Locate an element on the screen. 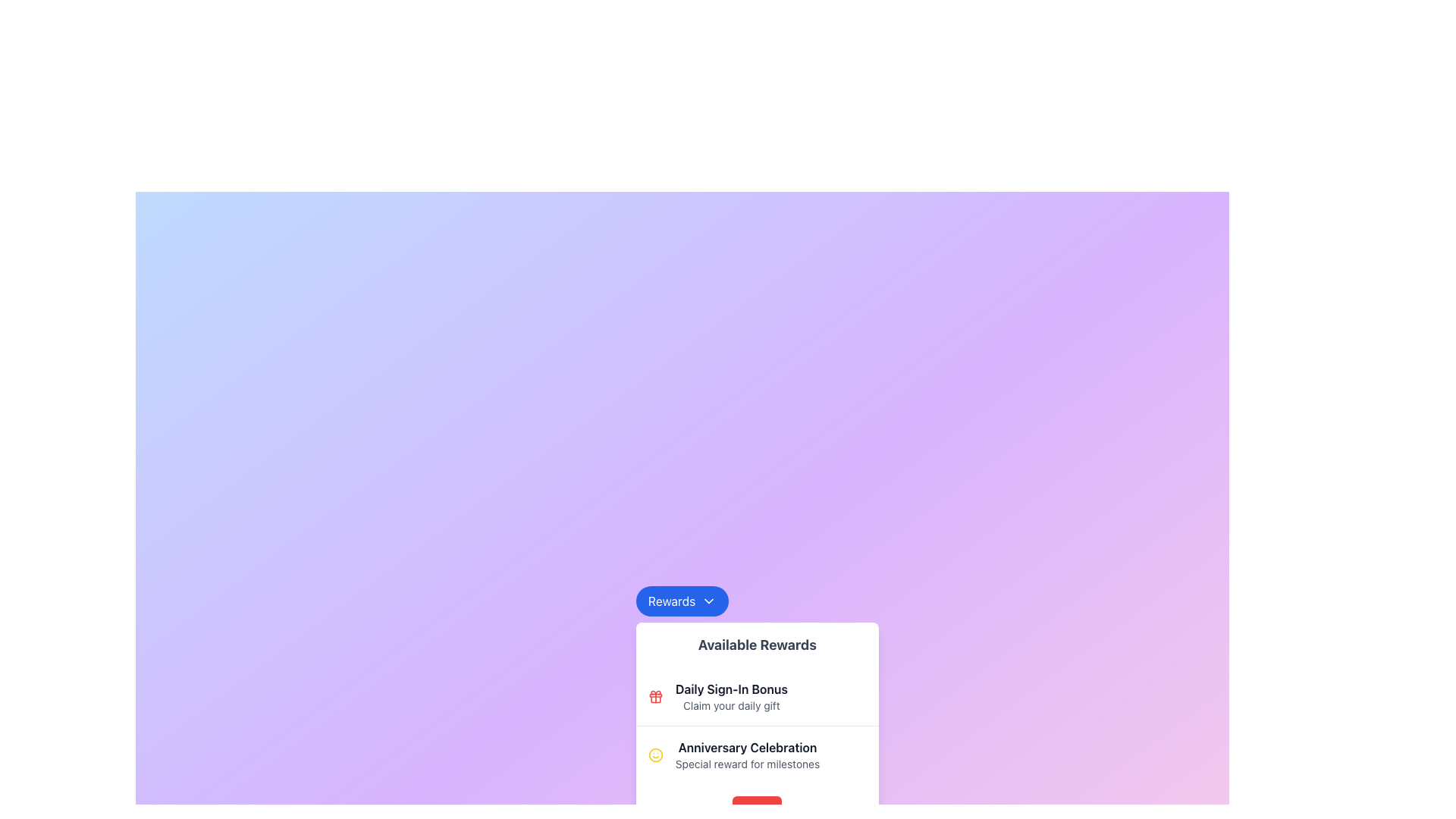 This screenshot has height=819, width=1456. the downward-pointing arrow icon located to the right of the 'Rewards' text within a blue circular background is located at coordinates (708, 601).